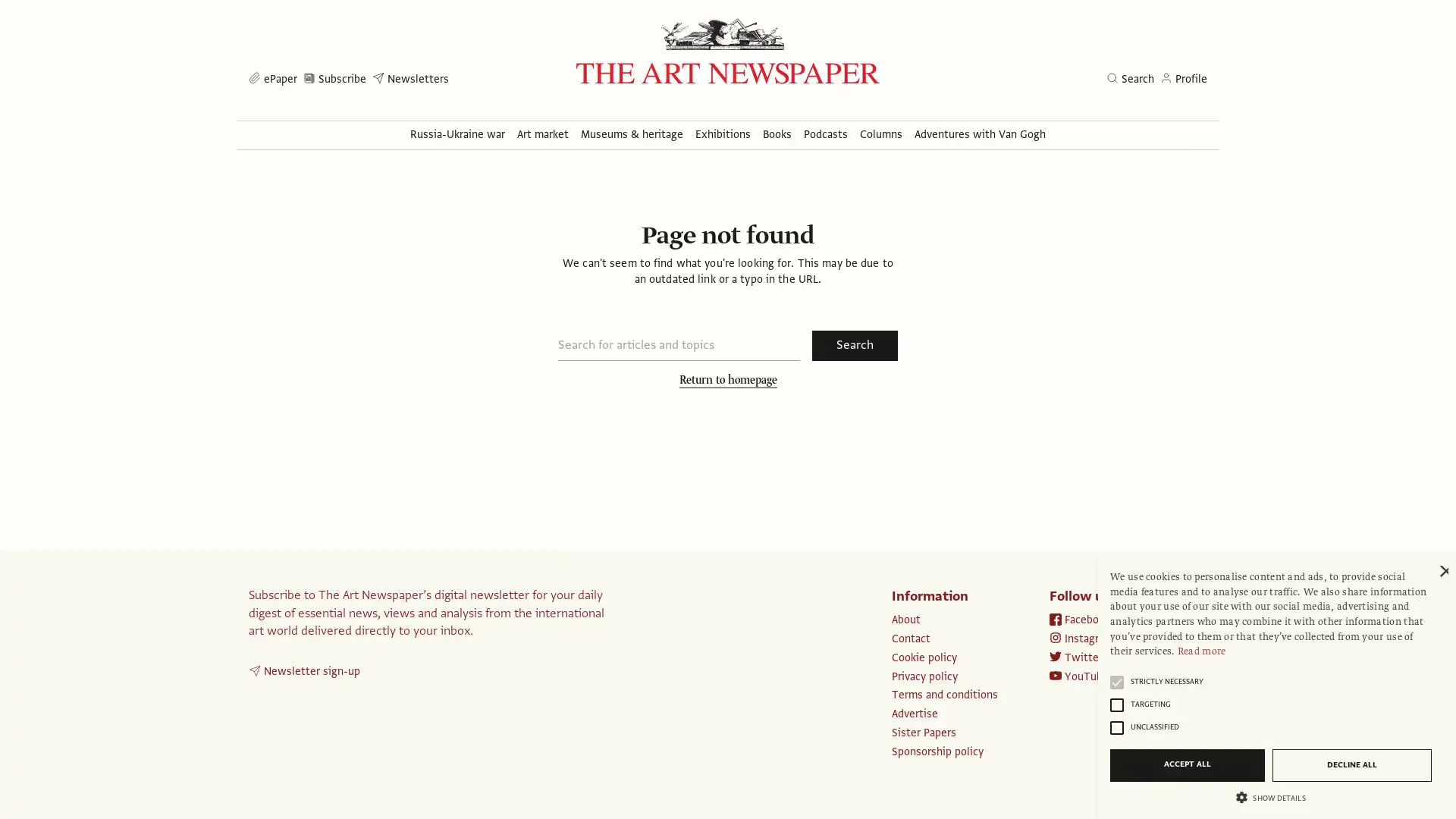 The width and height of the screenshot is (1456, 819). I want to click on Close, so click(1442, 571).